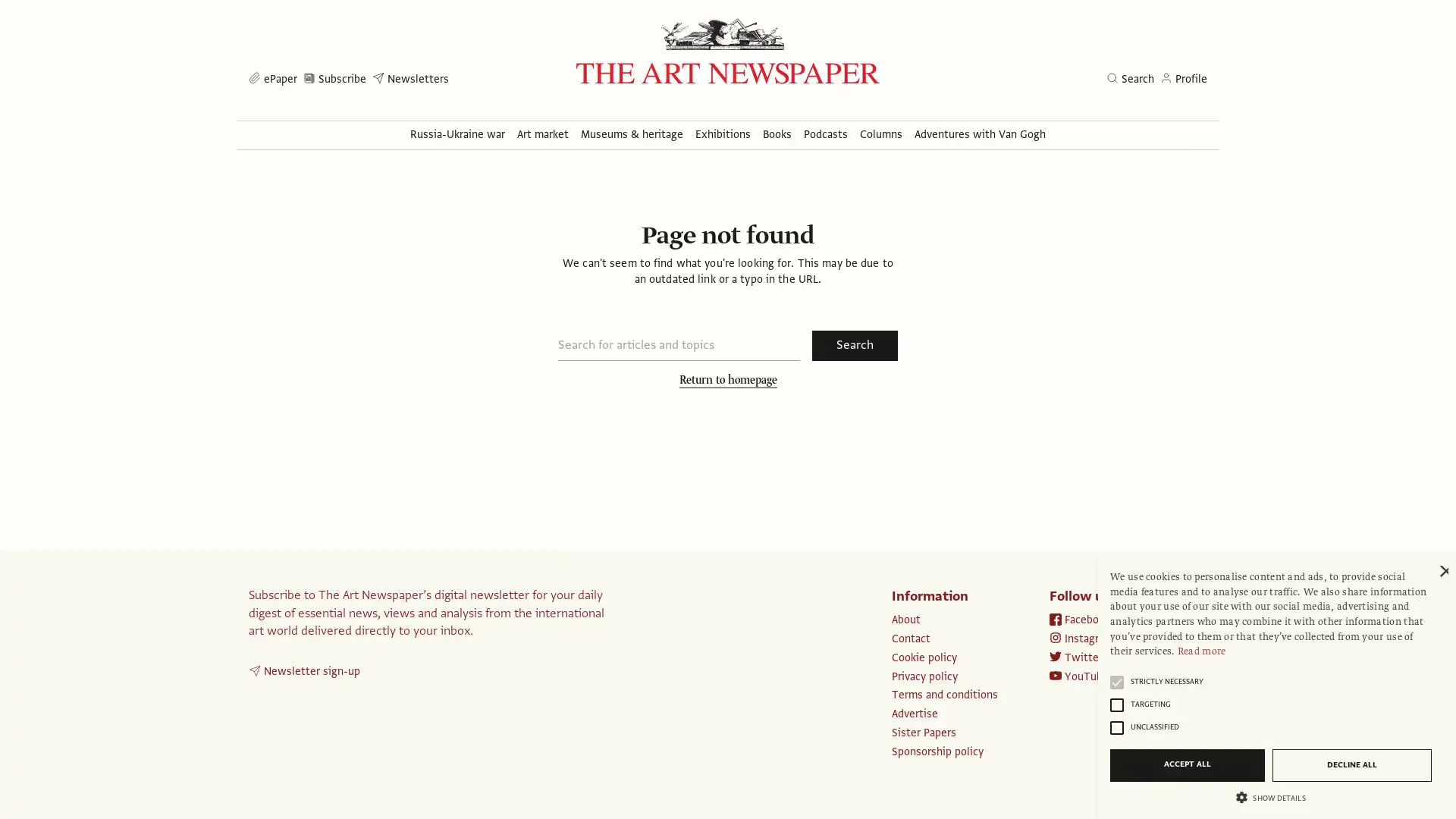 The width and height of the screenshot is (1456, 819). I want to click on Close, so click(1442, 571).